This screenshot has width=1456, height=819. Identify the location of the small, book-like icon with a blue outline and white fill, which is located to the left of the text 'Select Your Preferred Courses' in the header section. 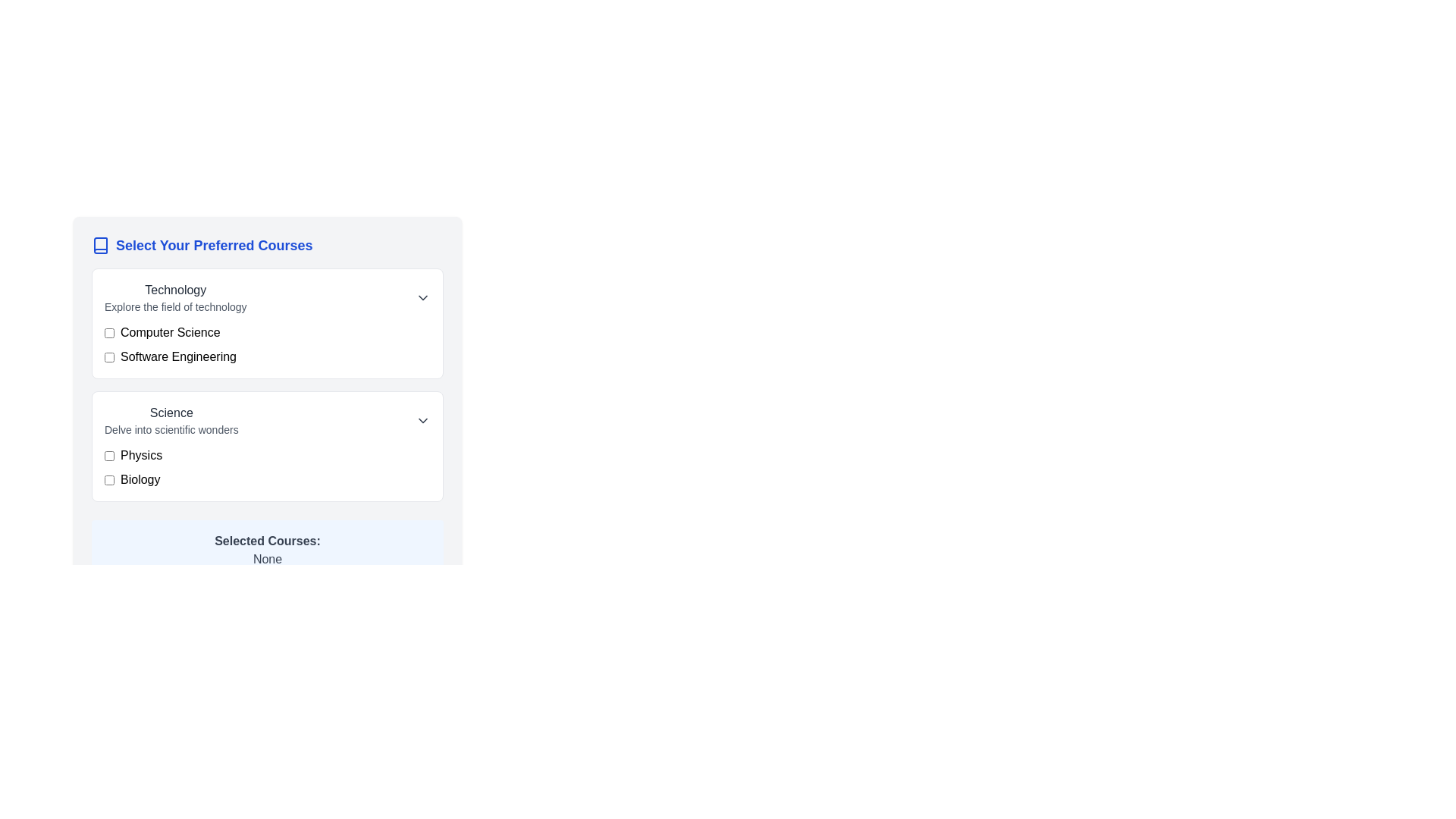
(100, 245).